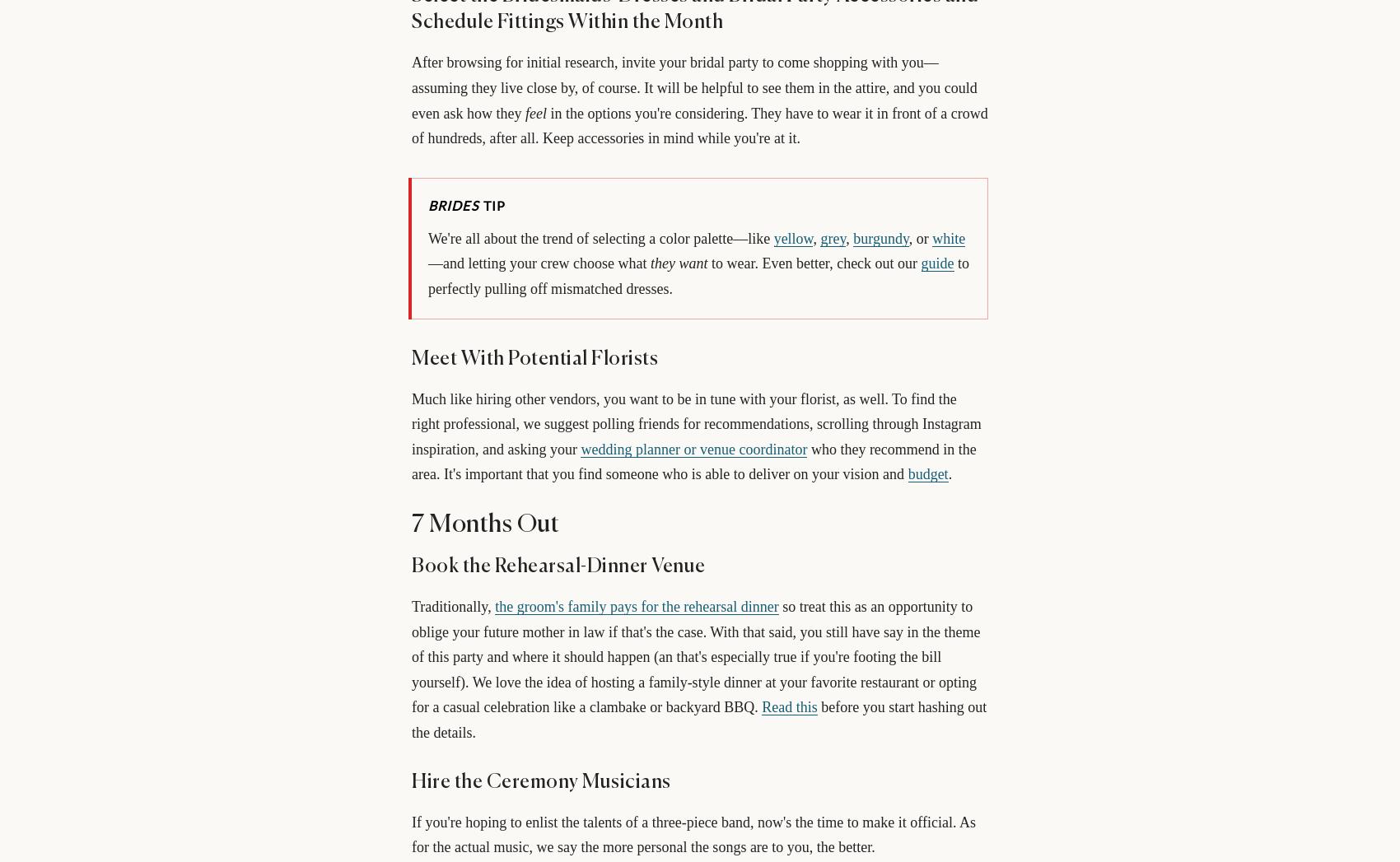  Describe the element at coordinates (792, 236) in the screenshot. I see `'yellow'` at that location.